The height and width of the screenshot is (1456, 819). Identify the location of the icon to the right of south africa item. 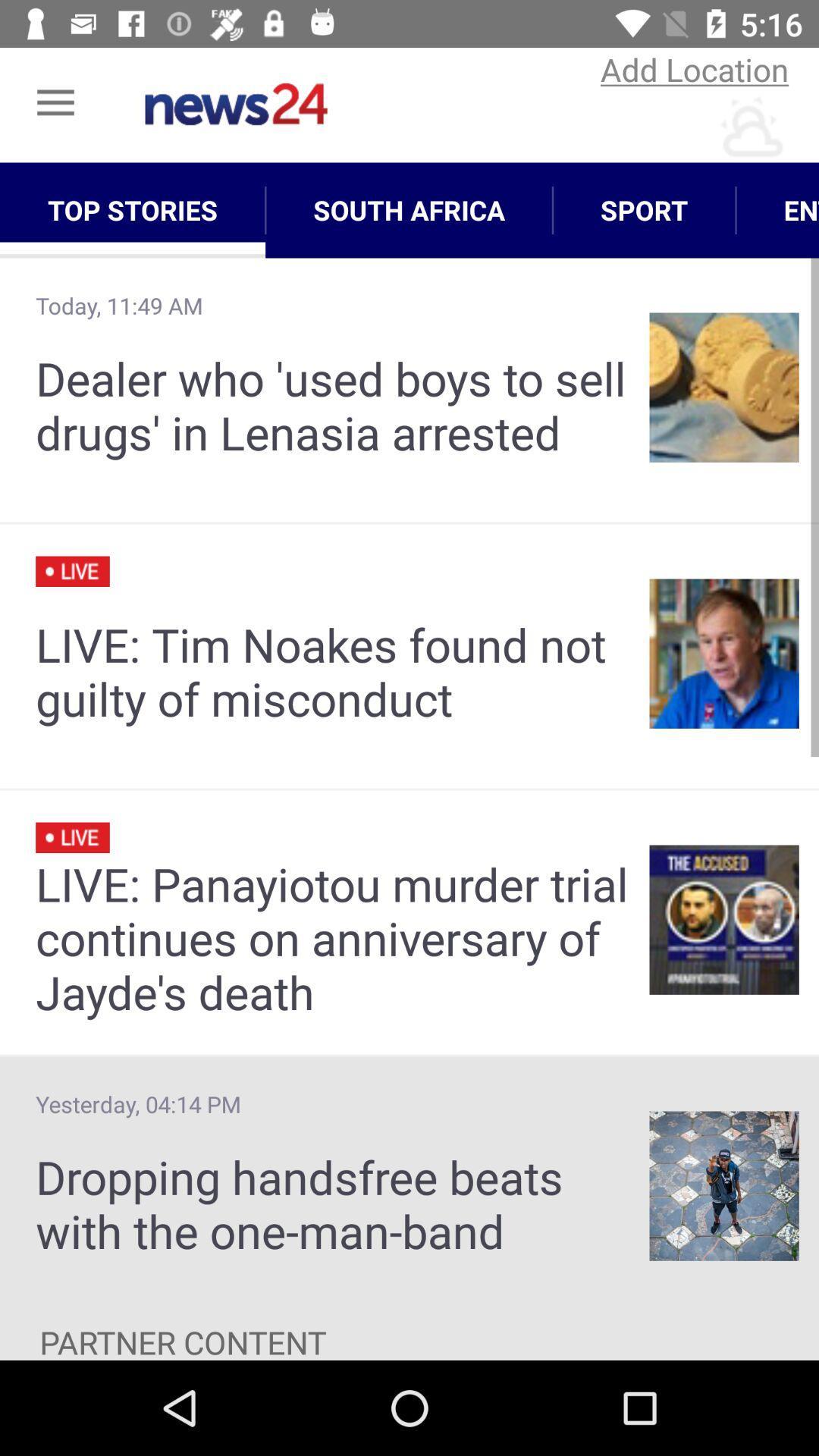
(644, 209).